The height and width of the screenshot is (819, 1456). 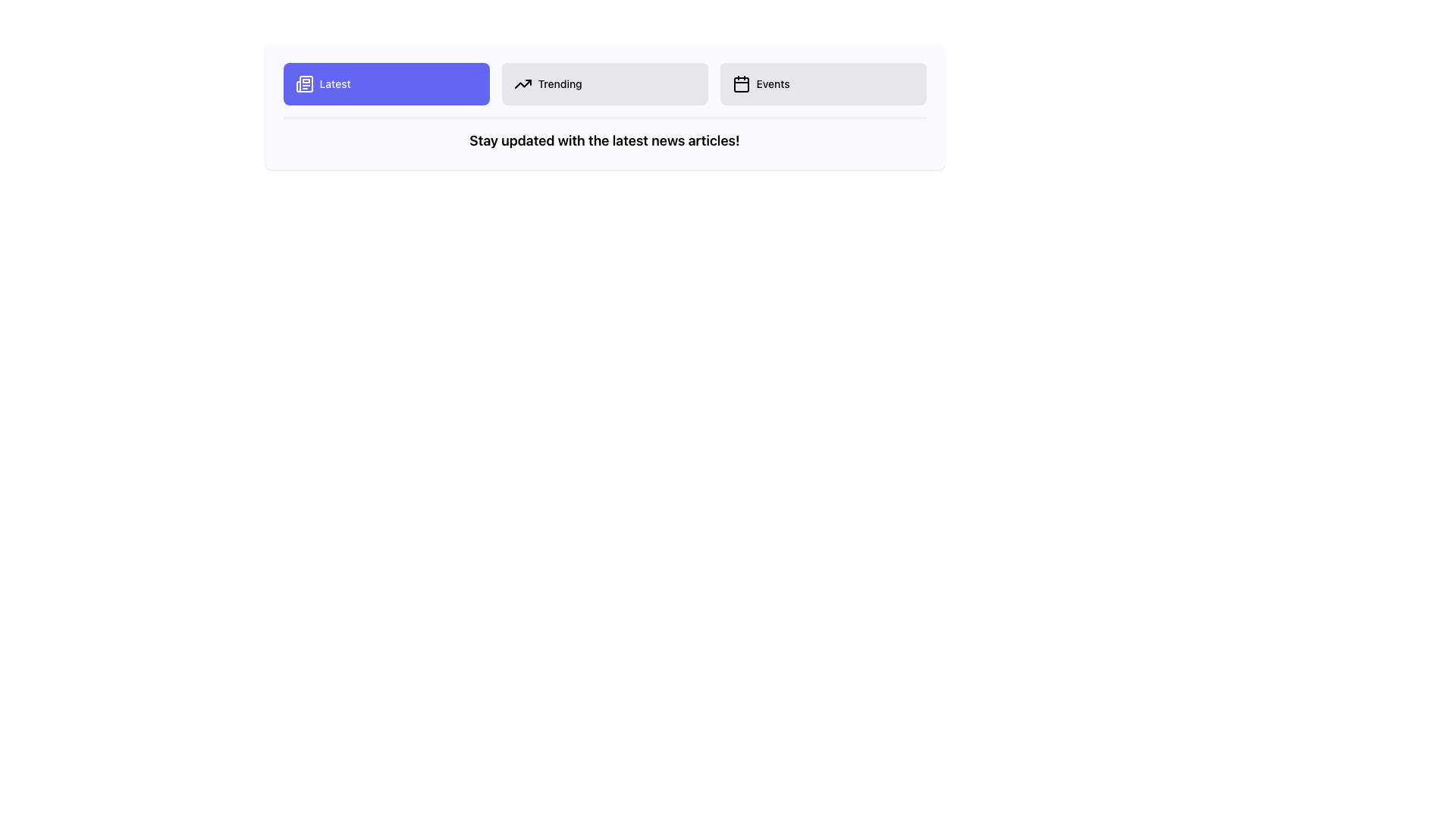 What do you see at coordinates (522, 84) in the screenshot?
I see `the upward trend icon with a black outline, located to the left of the 'Trending' text inside a rounded rectangular button` at bounding box center [522, 84].